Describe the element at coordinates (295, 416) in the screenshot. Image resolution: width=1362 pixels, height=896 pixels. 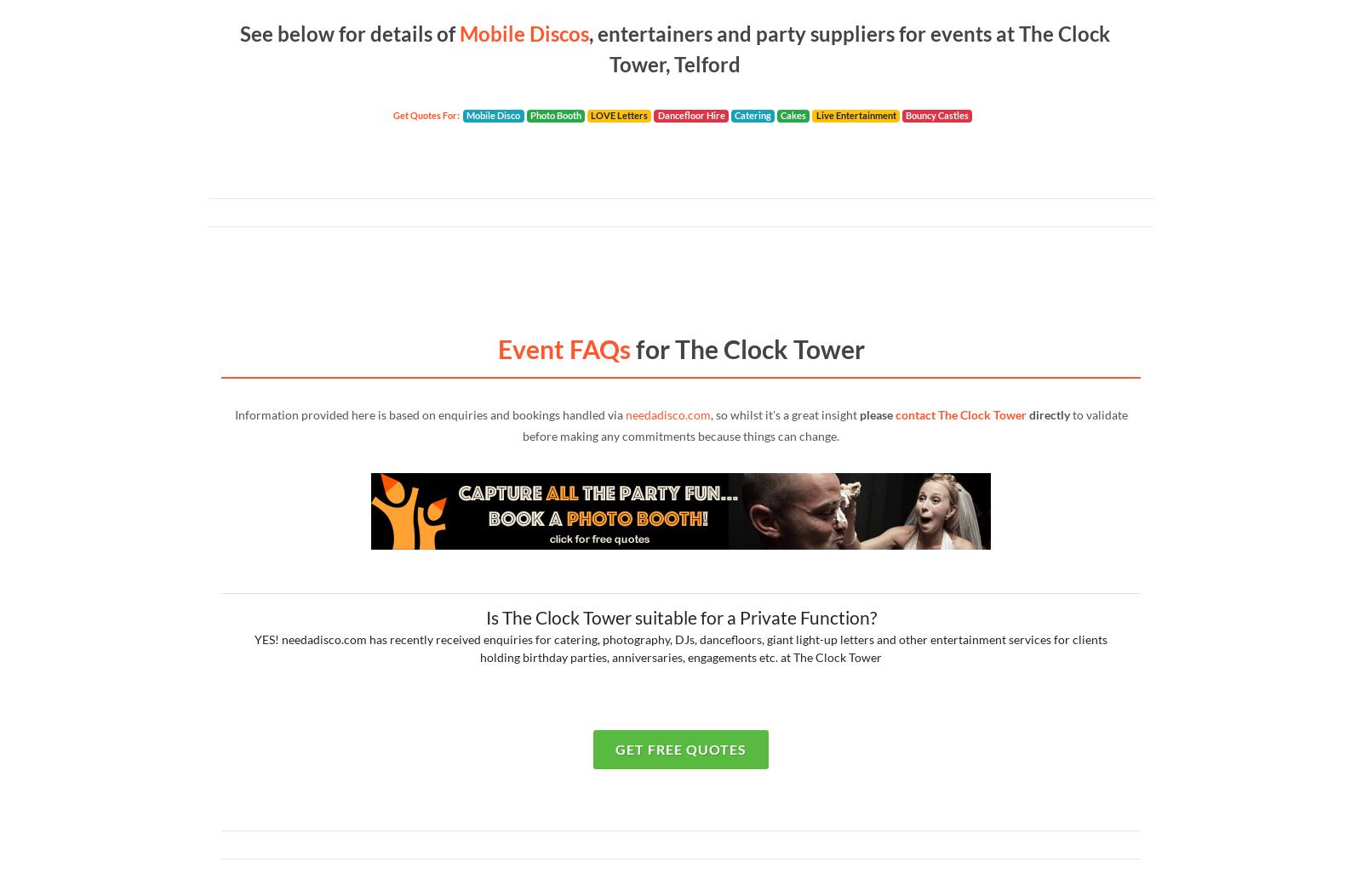
I see `'The White Lion'` at that location.